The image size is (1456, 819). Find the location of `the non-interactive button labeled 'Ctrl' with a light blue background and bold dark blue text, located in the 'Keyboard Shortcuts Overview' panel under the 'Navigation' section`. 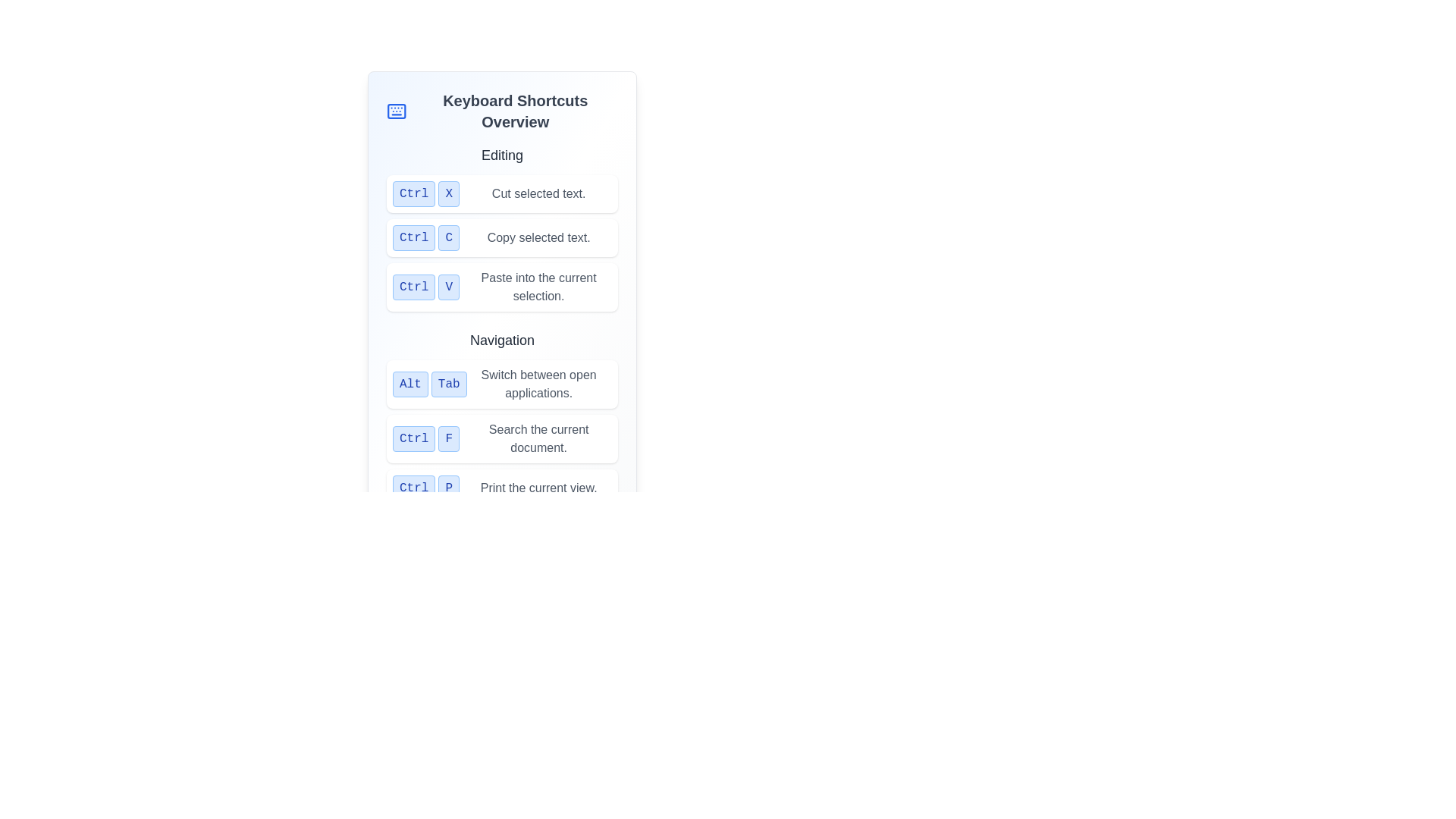

the non-interactive button labeled 'Ctrl' with a light blue background and bold dark blue text, located in the 'Keyboard Shortcuts Overview' panel under the 'Navigation' section is located at coordinates (414, 438).